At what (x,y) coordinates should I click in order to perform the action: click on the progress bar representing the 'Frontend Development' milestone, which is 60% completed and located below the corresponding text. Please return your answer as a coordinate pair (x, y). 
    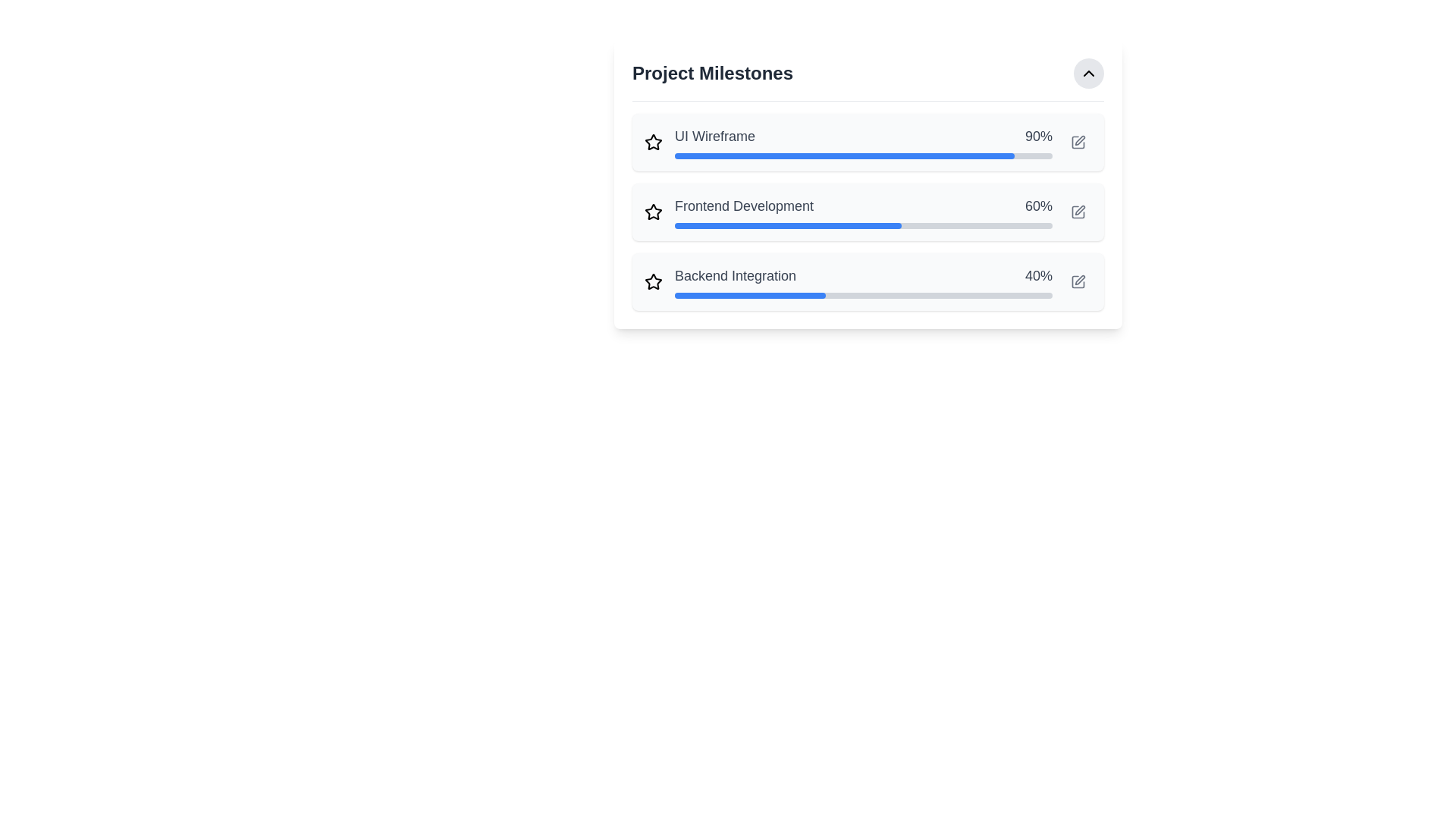
    Looking at the image, I should click on (863, 225).